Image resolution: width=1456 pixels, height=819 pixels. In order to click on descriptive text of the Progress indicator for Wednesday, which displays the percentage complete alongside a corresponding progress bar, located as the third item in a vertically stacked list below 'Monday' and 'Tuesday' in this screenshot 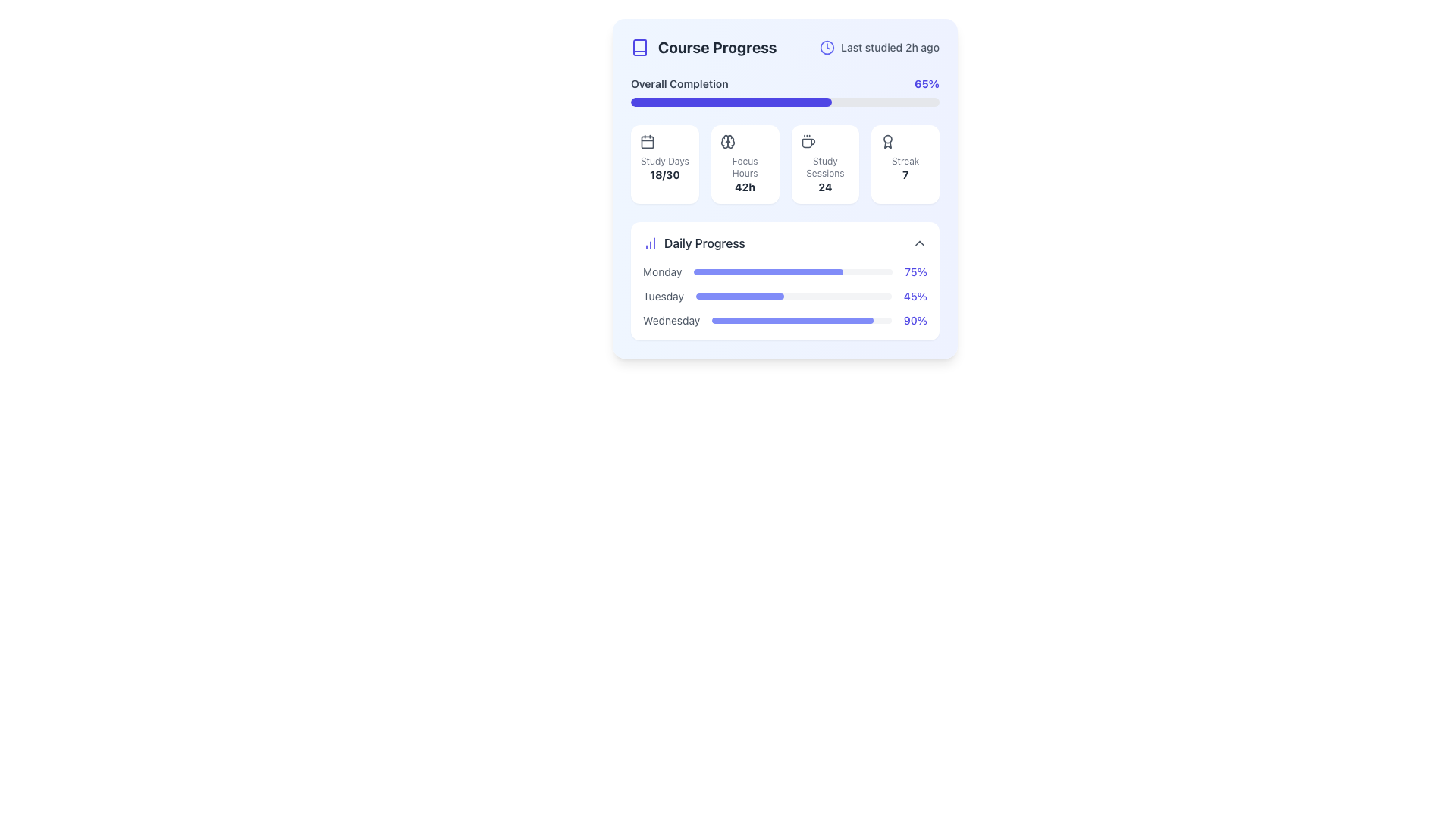, I will do `click(785, 320)`.